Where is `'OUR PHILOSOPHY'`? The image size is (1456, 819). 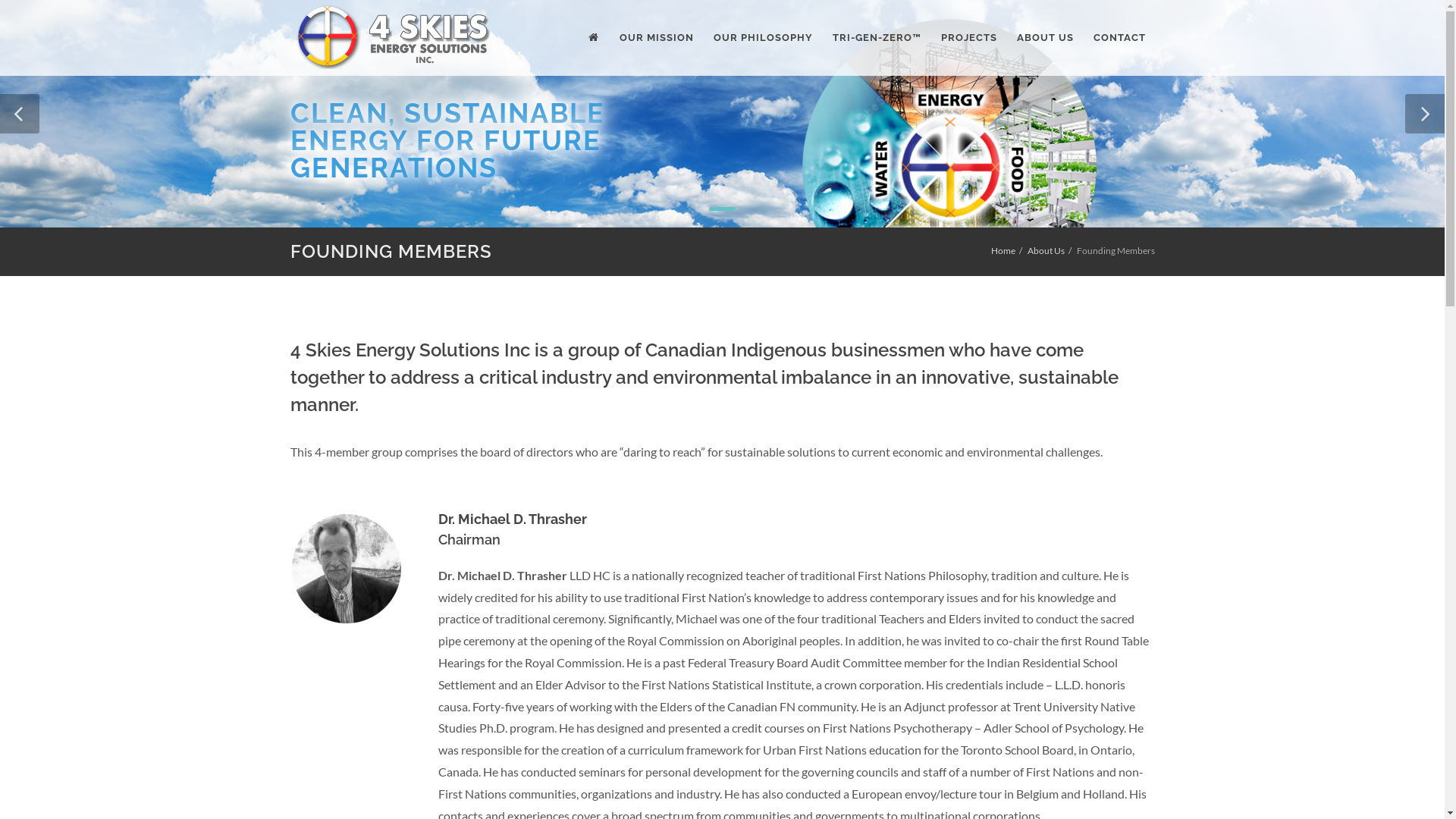 'OUR PHILOSOPHY' is located at coordinates (702, 37).